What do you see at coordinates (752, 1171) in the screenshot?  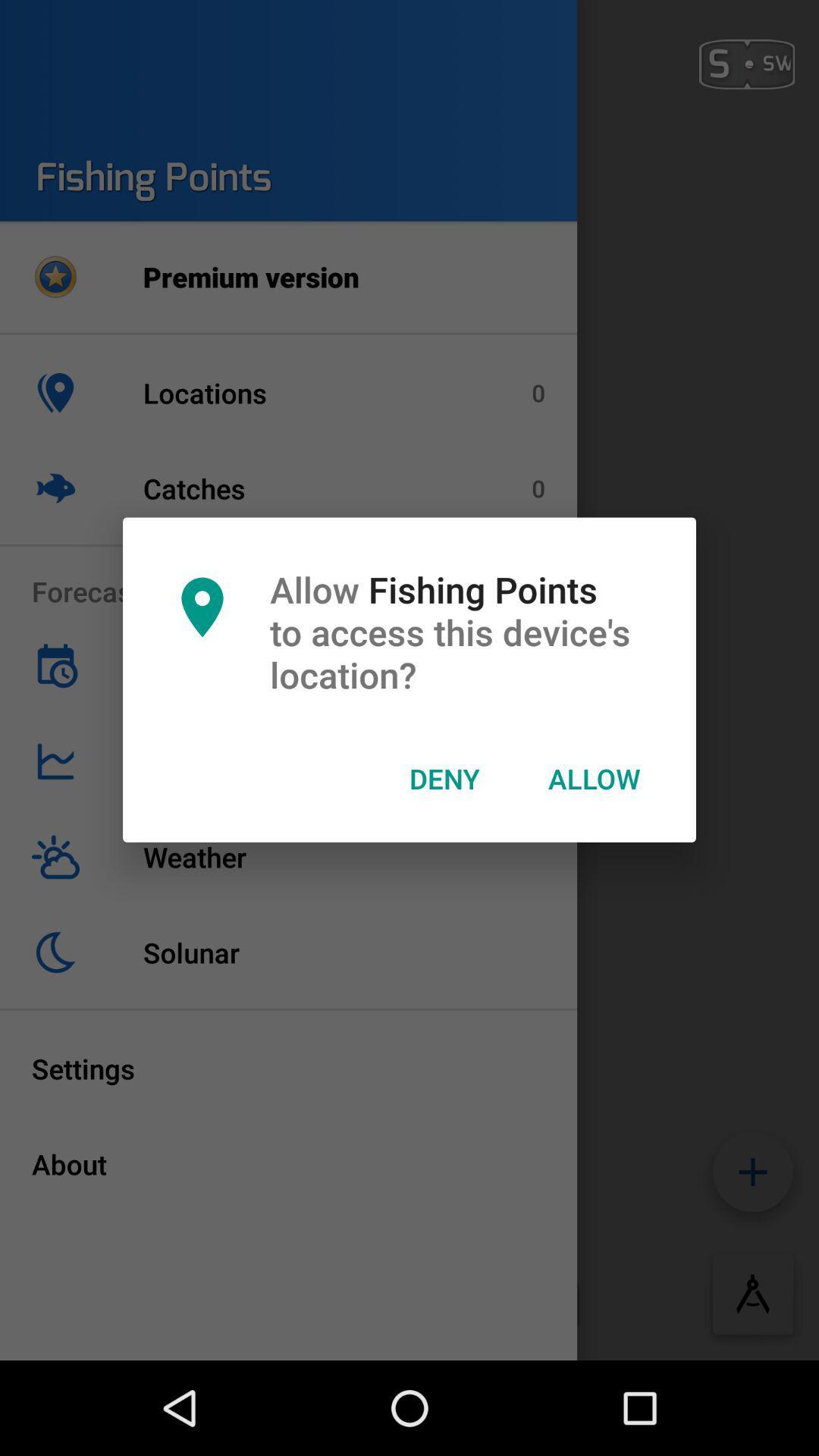 I see `the add icon` at bounding box center [752, 1171].